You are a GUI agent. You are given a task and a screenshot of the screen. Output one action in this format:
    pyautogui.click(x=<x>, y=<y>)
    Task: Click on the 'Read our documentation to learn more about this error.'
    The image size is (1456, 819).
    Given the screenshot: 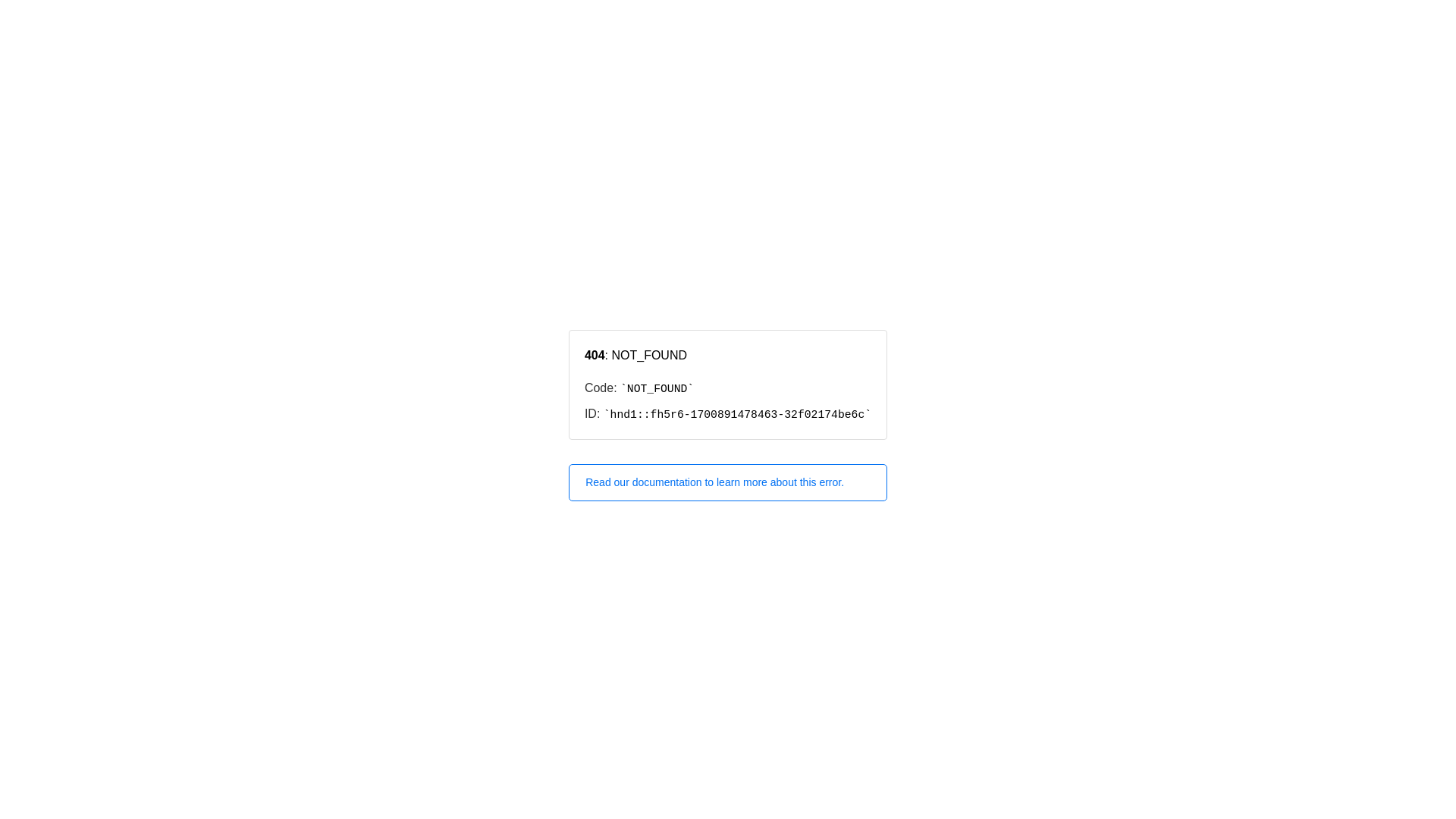 What is the action you would take?
    pyautogui.click(x=728, y=482)
    